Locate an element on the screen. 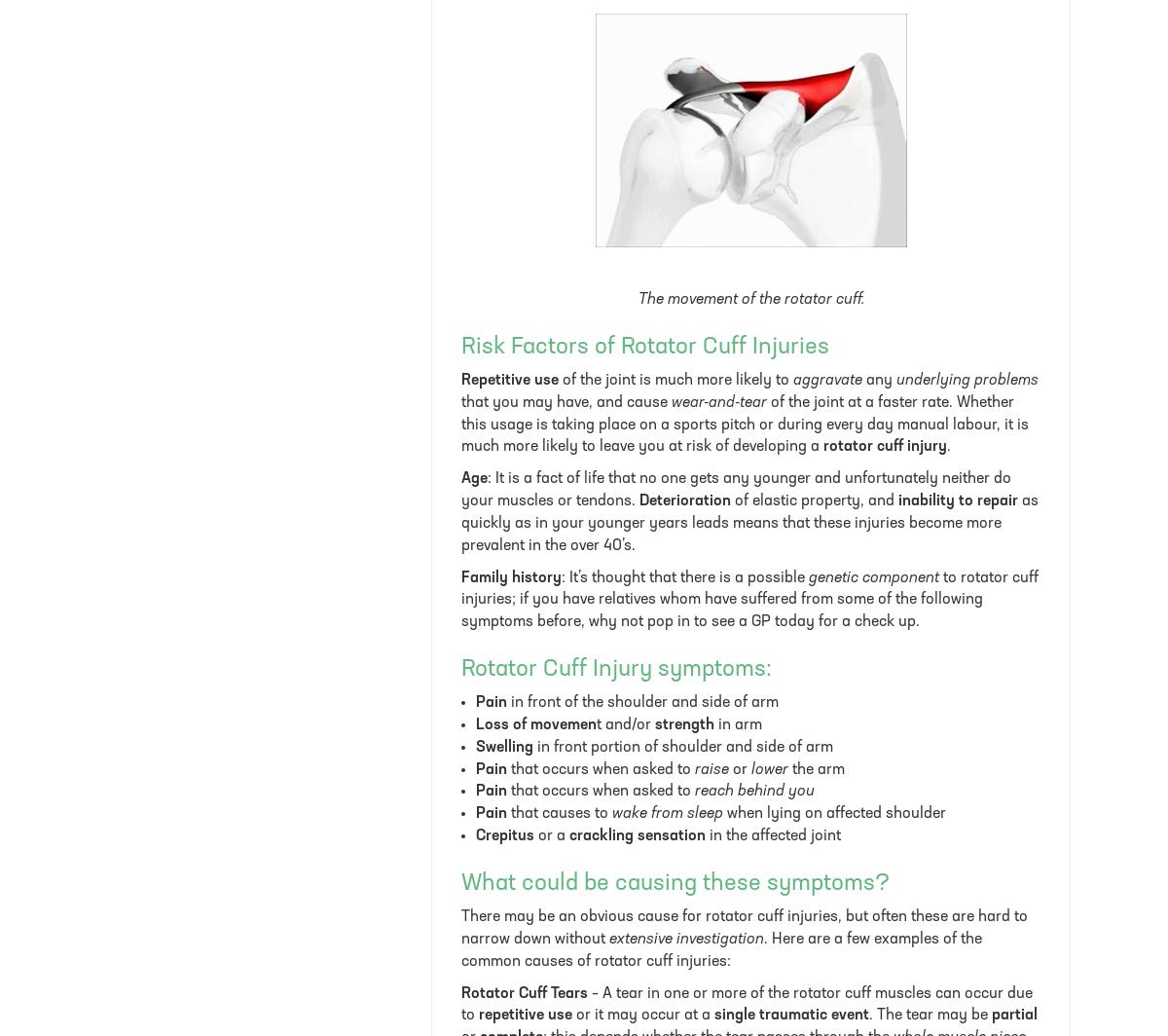 The image size is (1168, 1036). 'sensation' is located at coordinates (672, 835).